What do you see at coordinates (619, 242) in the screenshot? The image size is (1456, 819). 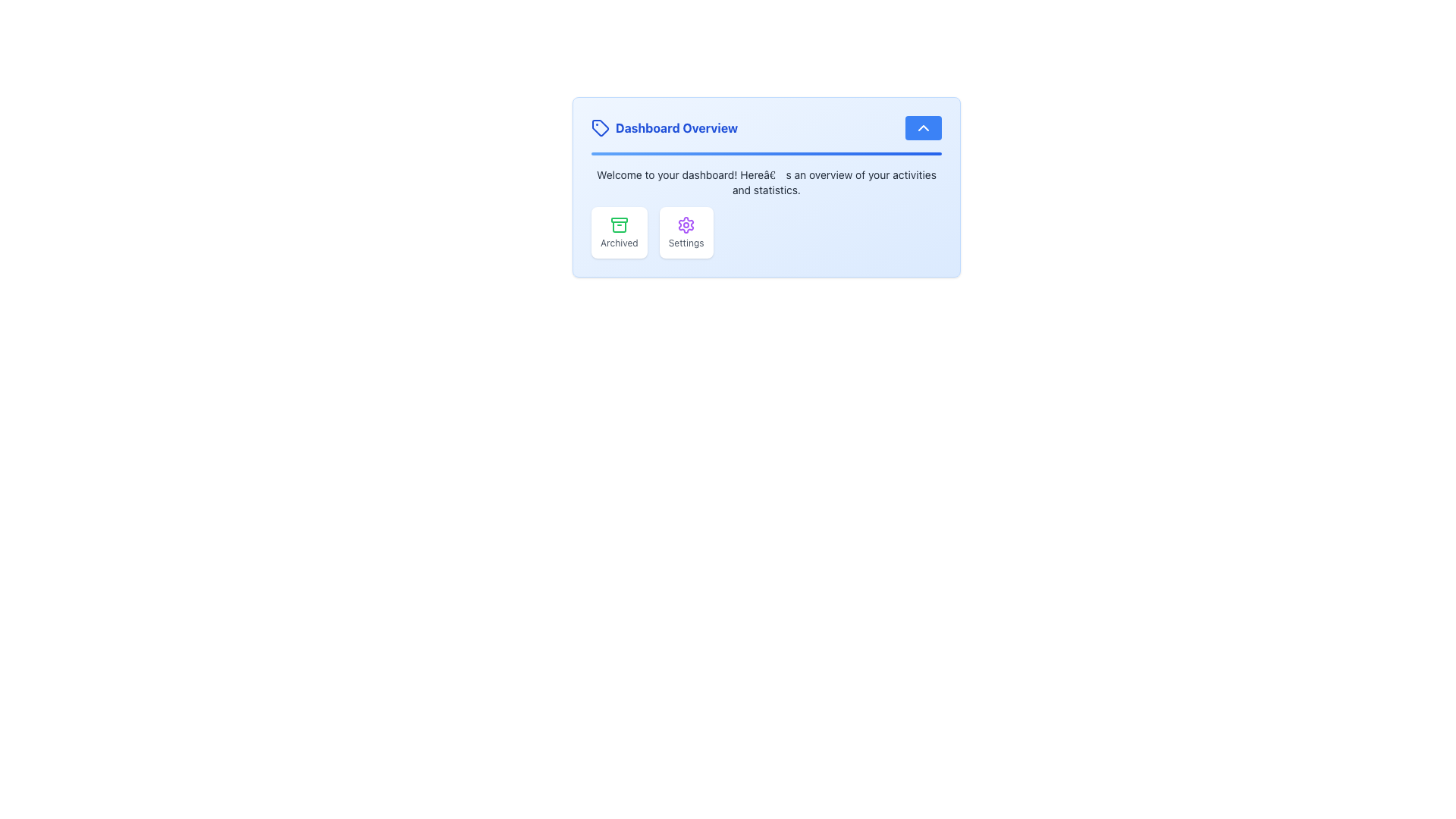 I see `the 'Archived' text label styled in gray color, located below the green archive icon within a rounded white card at the top-left corner of the dashboard area` at bounding box center [619, 242].